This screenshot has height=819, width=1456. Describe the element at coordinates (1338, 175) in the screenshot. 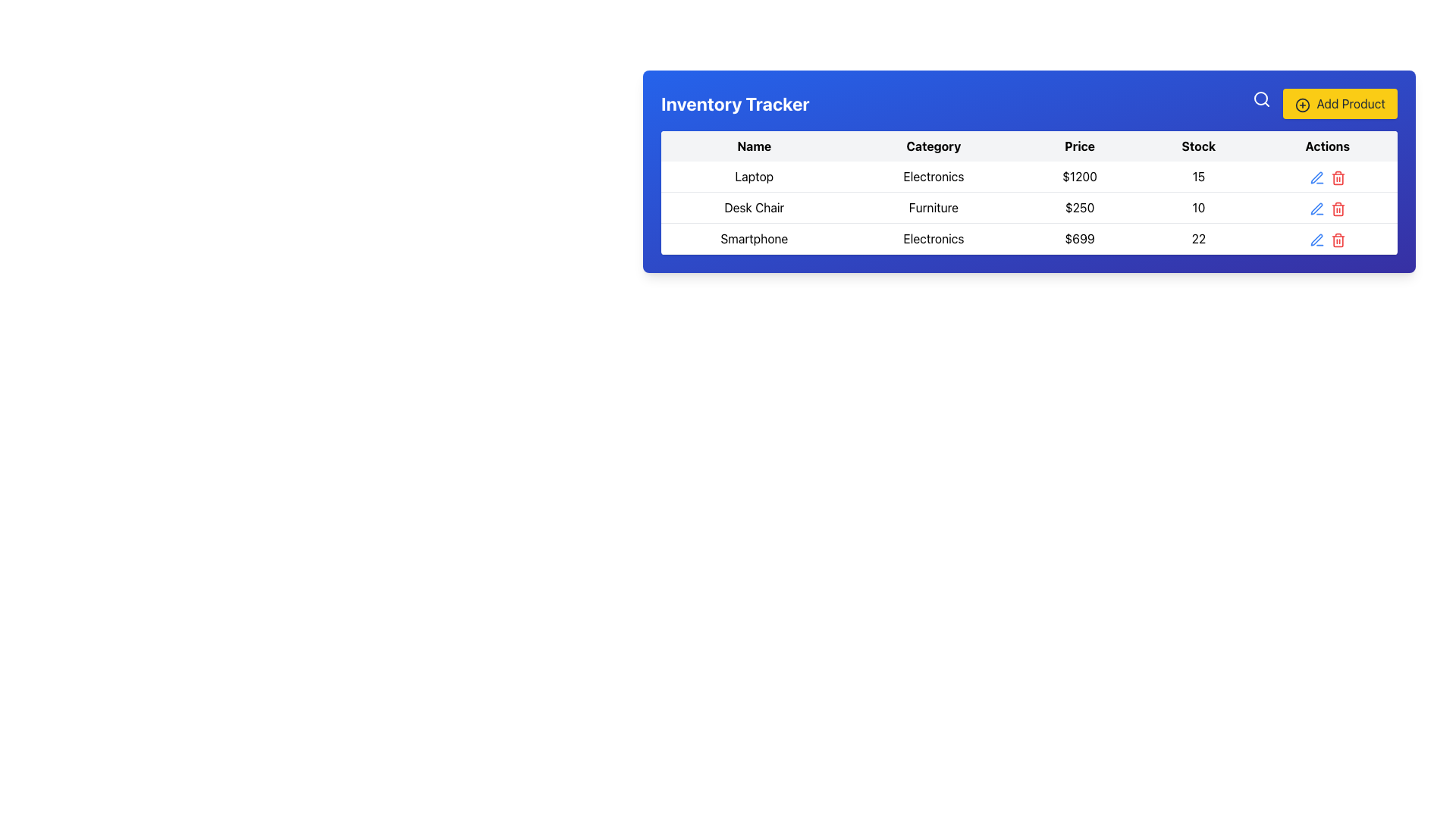

I see `the red trash can icon in the 'Actions' column of the table` at that location.